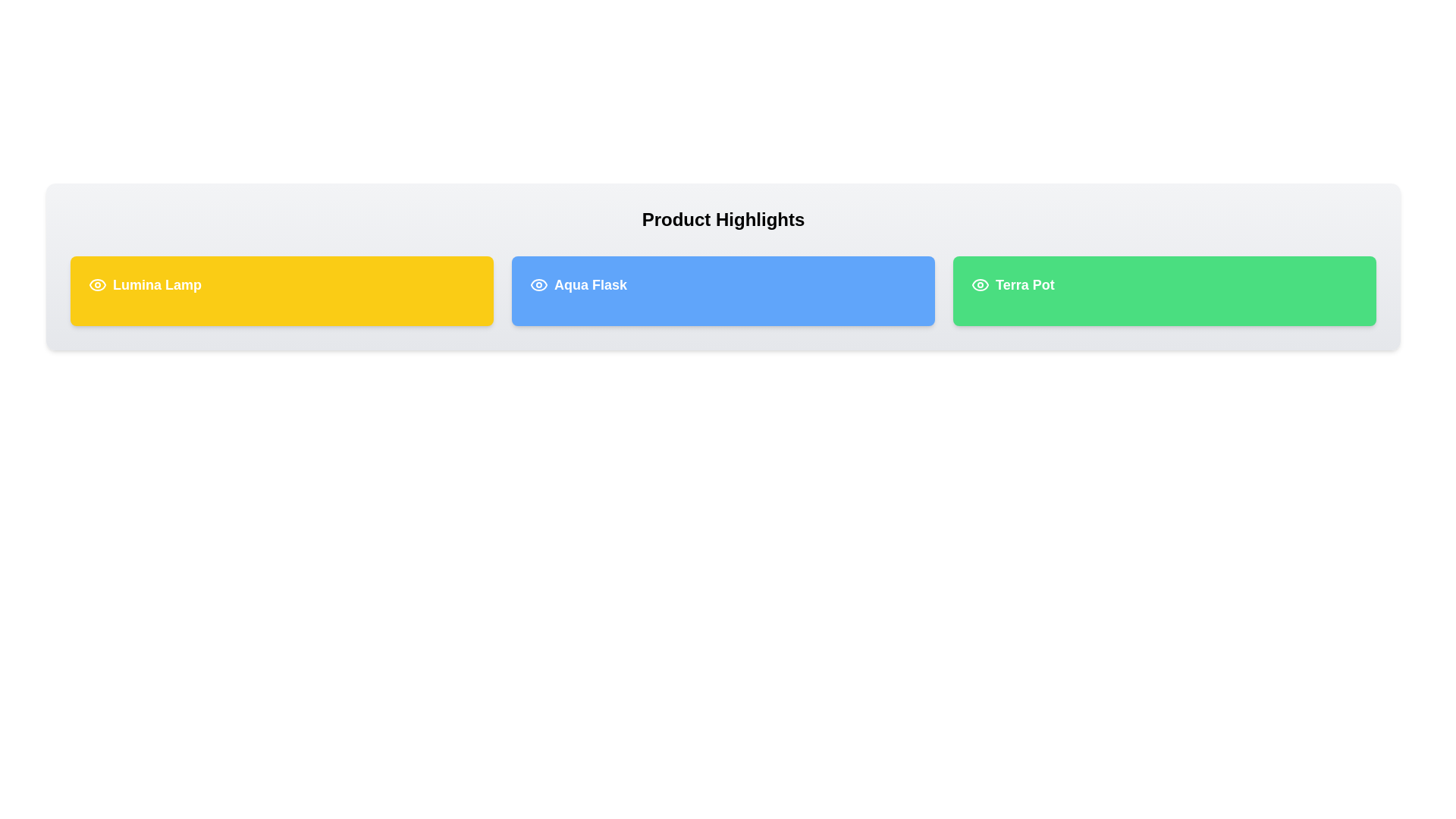 The height and width of the screenshot is (819, 1456). Describe the element at coordinates (1164, 291) in the screenshot. I see `the green rectangular card labeled 'Terra Pot'` at that location.